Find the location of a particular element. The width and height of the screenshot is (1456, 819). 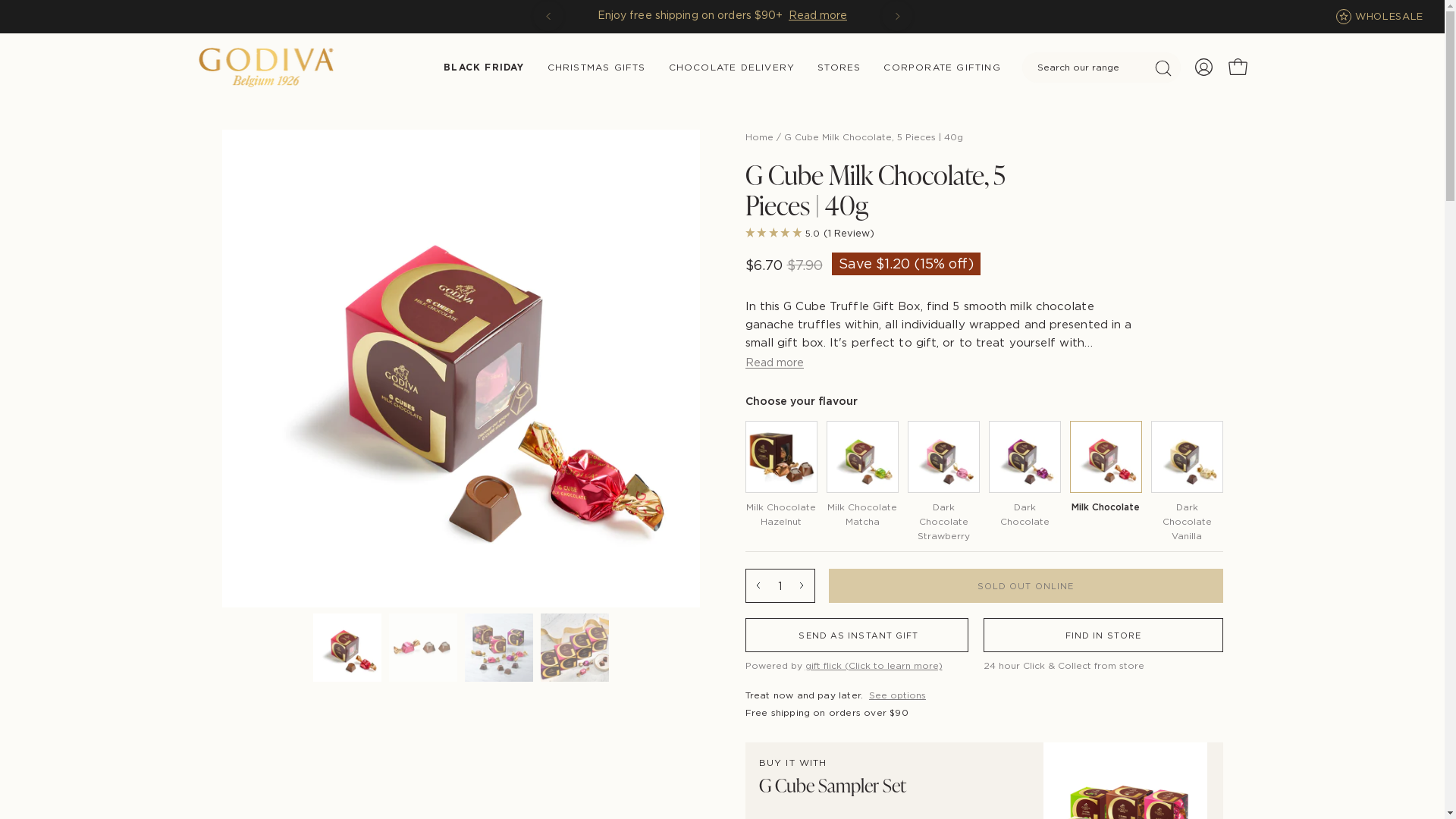

'Milk Chocolate' is located at coordinates (1105, 469).